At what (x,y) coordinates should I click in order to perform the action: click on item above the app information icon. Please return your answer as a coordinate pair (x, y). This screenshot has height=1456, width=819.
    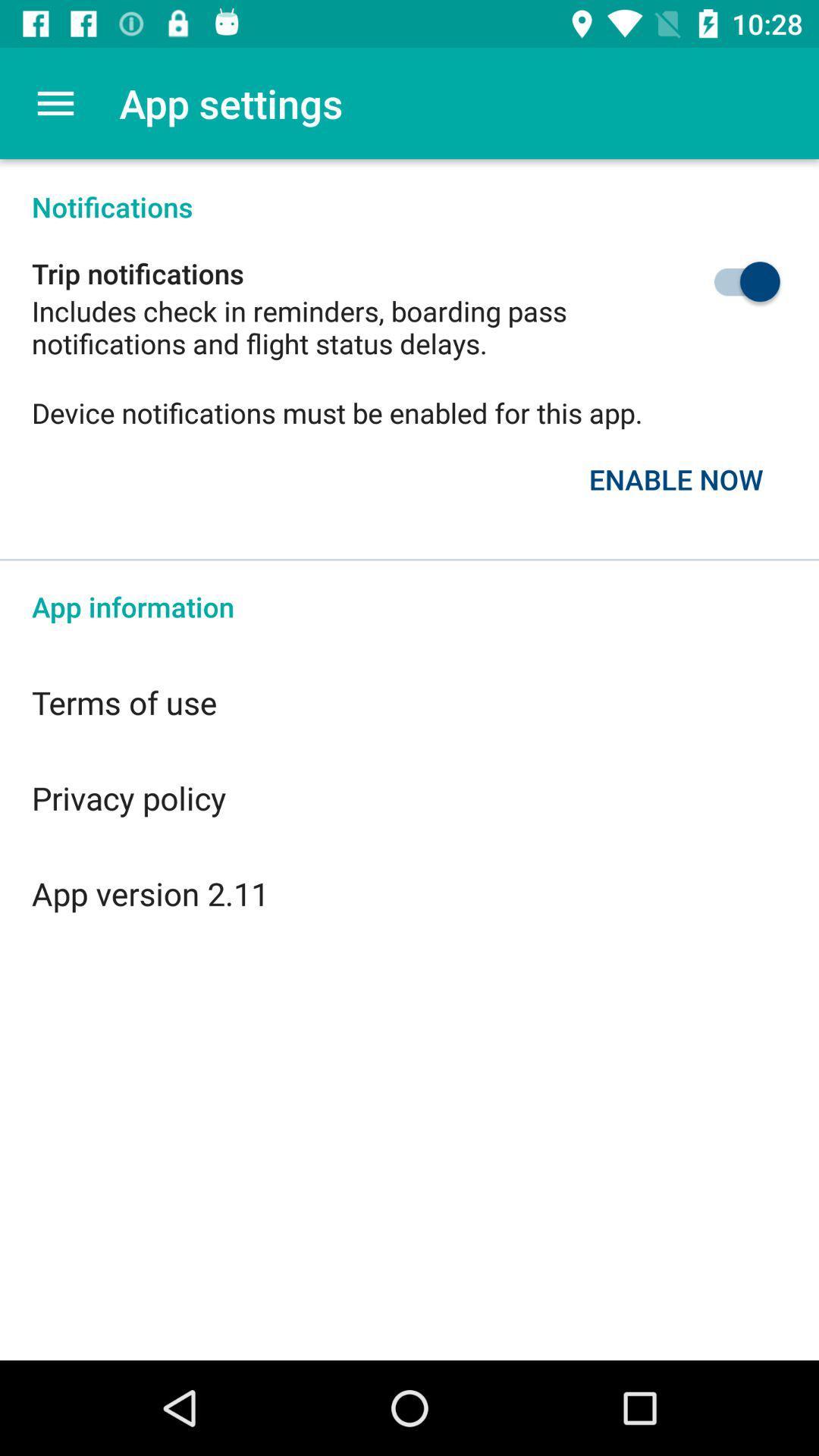
    Looking at the image, I should click on (675, 479).